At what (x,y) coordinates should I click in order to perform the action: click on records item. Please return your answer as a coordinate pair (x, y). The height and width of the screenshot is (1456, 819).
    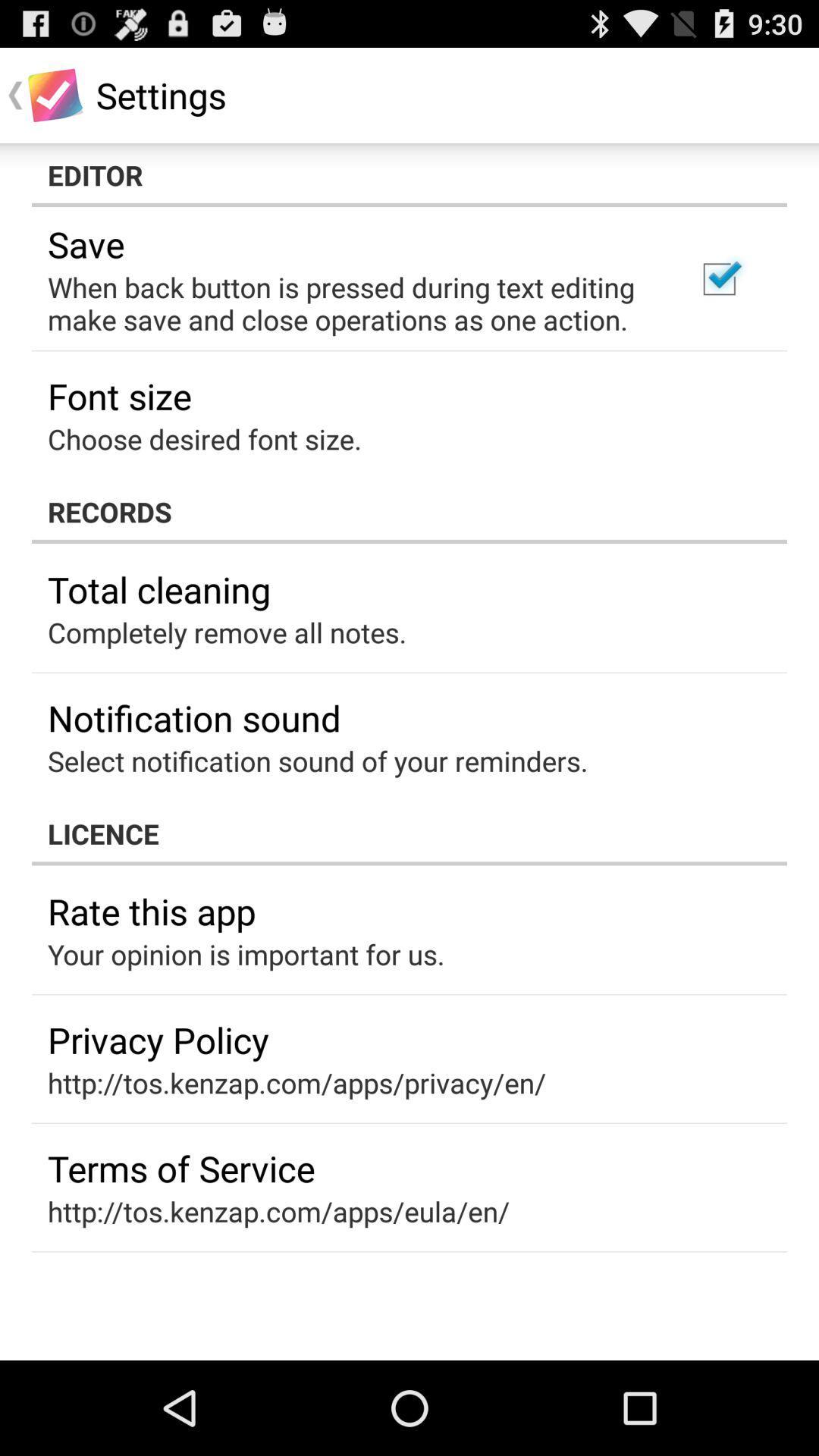
    Looking at the image, I should click on (409, 512).